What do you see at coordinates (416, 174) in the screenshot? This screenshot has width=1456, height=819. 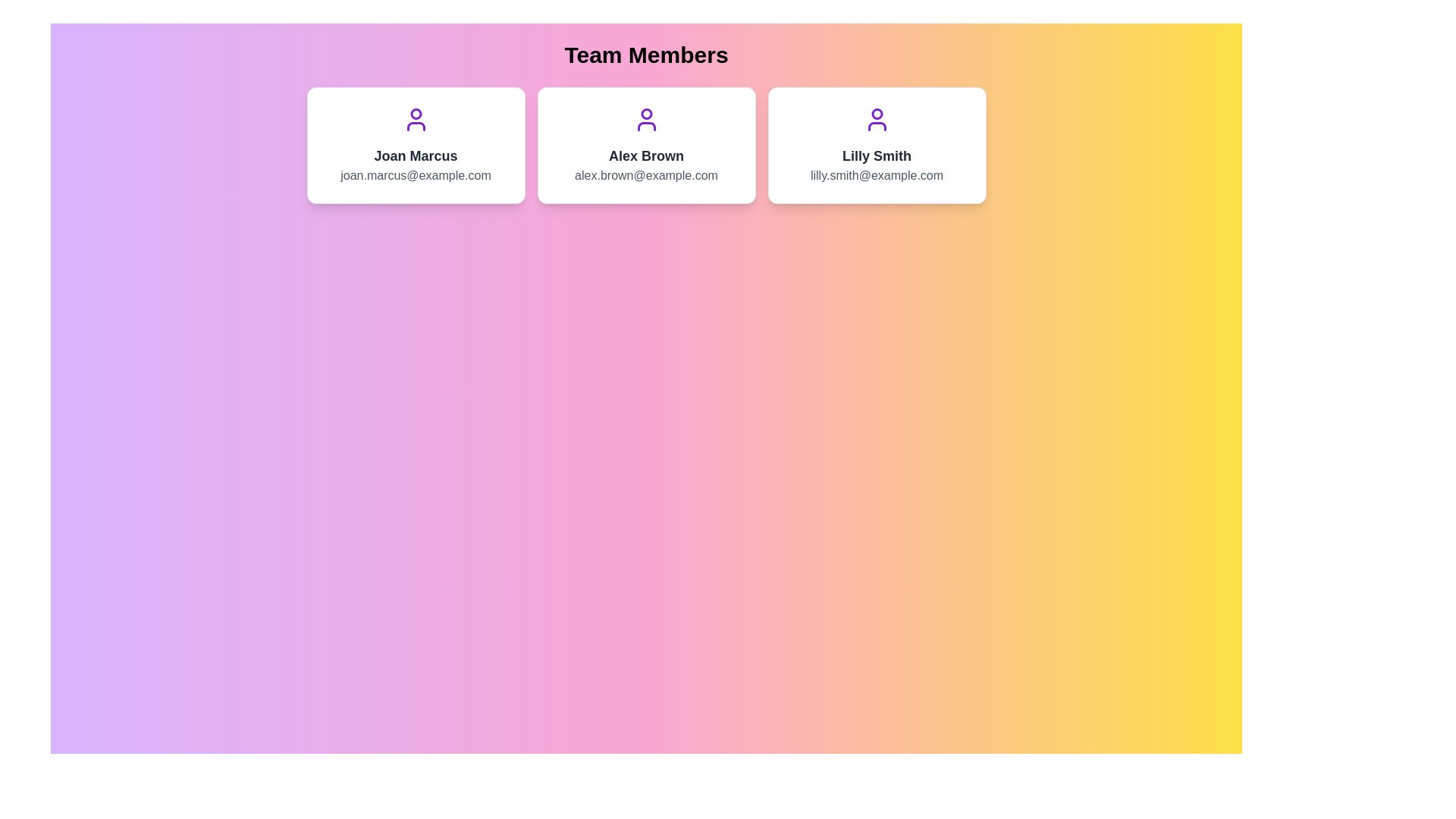 I see `the email address text of the team member, which is located below the 'Joan Marcus' text in the 'Team Members' section` at bounding box center [416, 174].